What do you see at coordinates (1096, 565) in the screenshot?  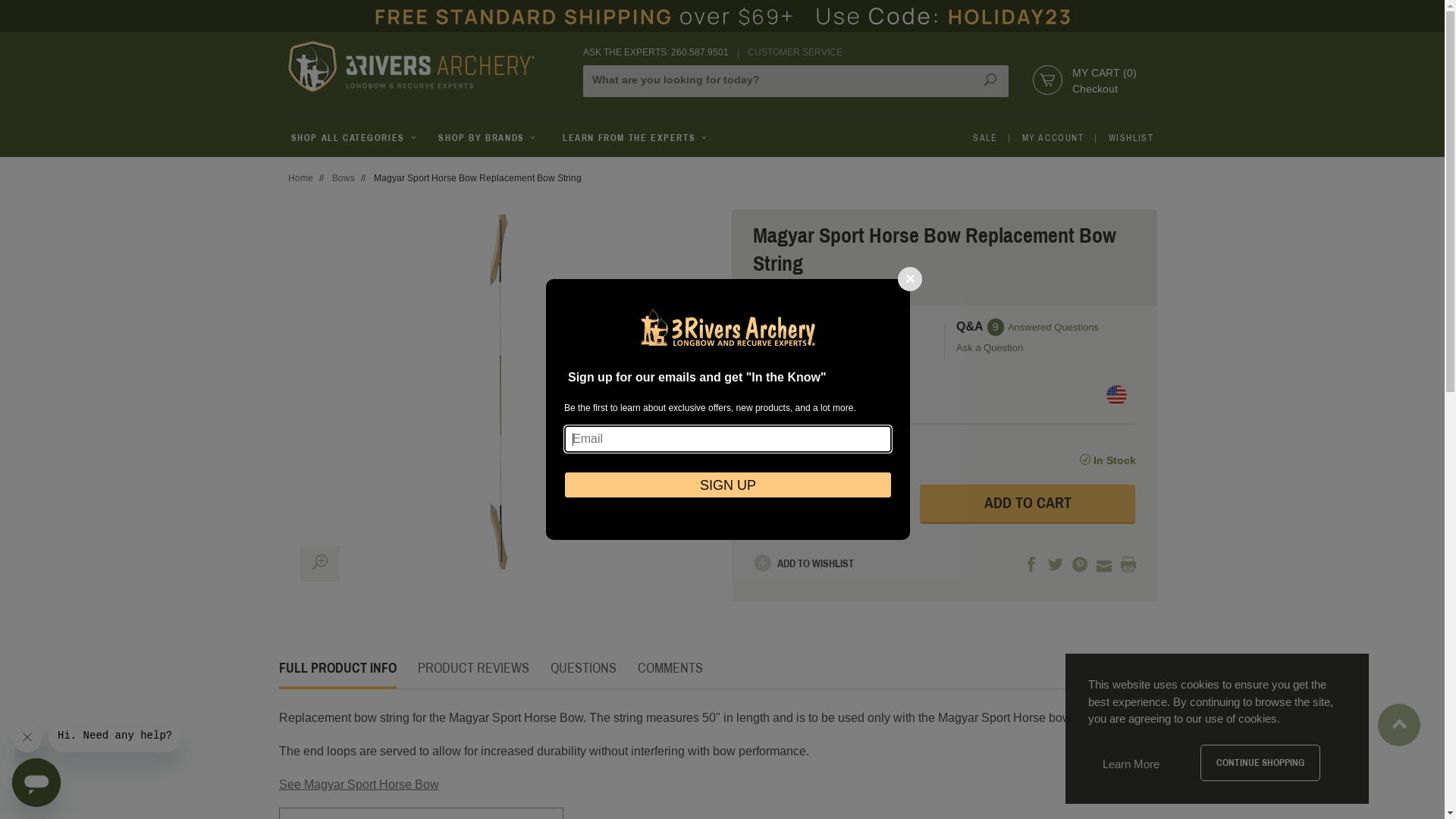 I see `'Email to a Friend'` at bounding box center [1096, 565].